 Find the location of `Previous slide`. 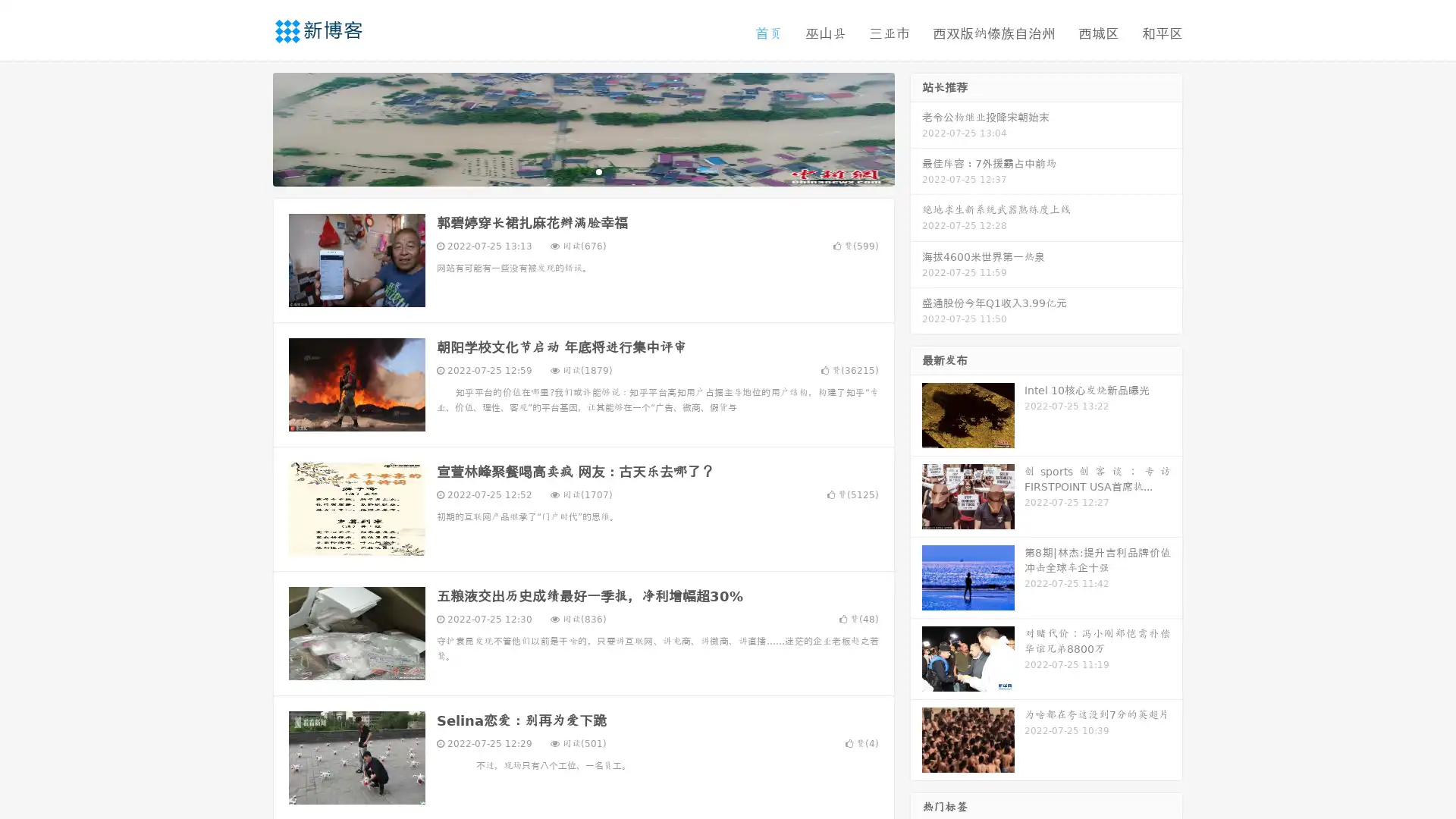

Previous slide is located at coordinates (250, 127).